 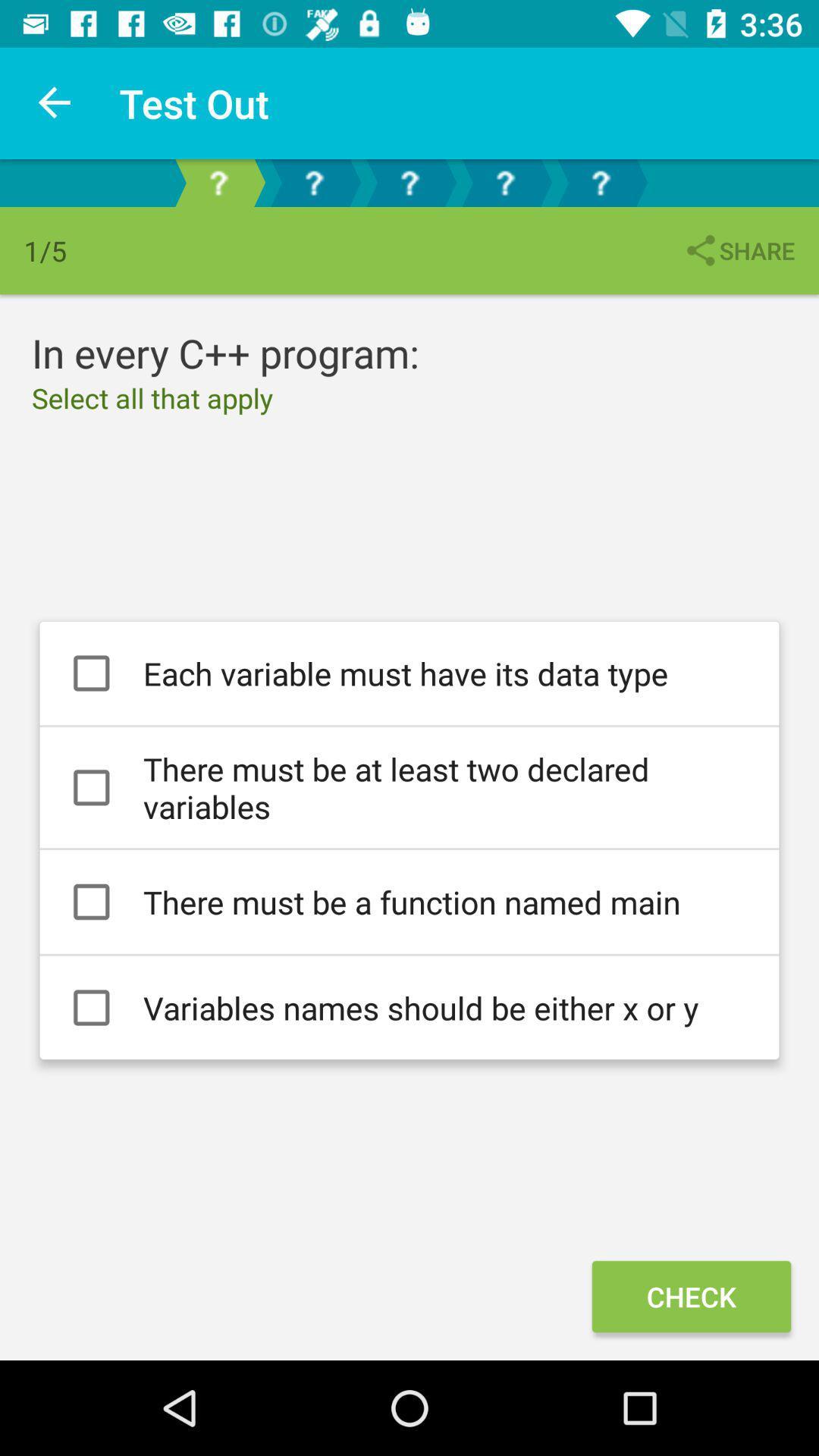 What do you see at coordinates (691, 1295) in the screenshot?
I see `icon below variables names should` at bounding box center [691, 1295].